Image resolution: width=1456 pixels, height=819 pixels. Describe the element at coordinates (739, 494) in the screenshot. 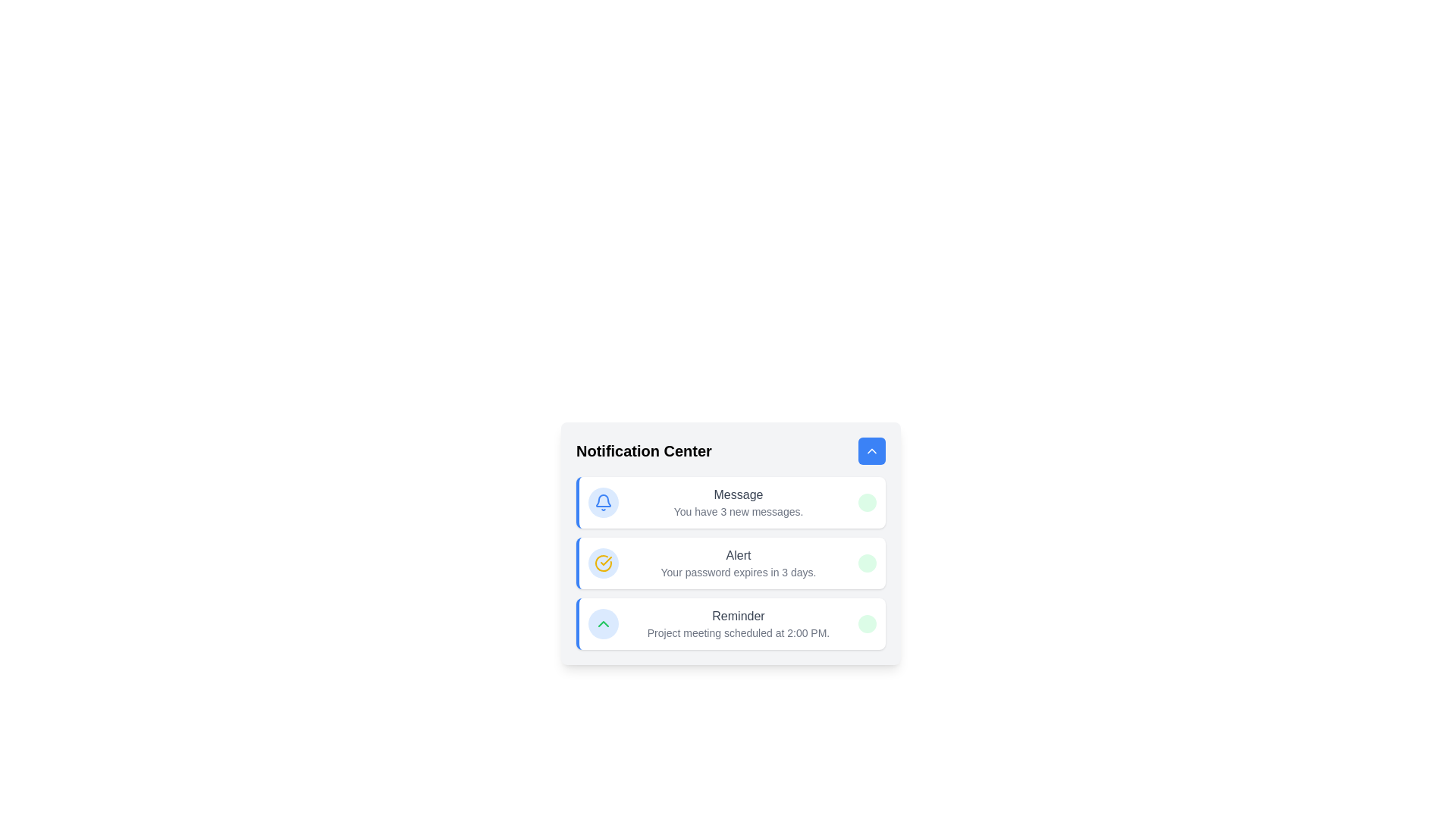

I see `the text label 'Message' styled with a gray font in the Notification Center, located at the top-left of the notification card` at that location.